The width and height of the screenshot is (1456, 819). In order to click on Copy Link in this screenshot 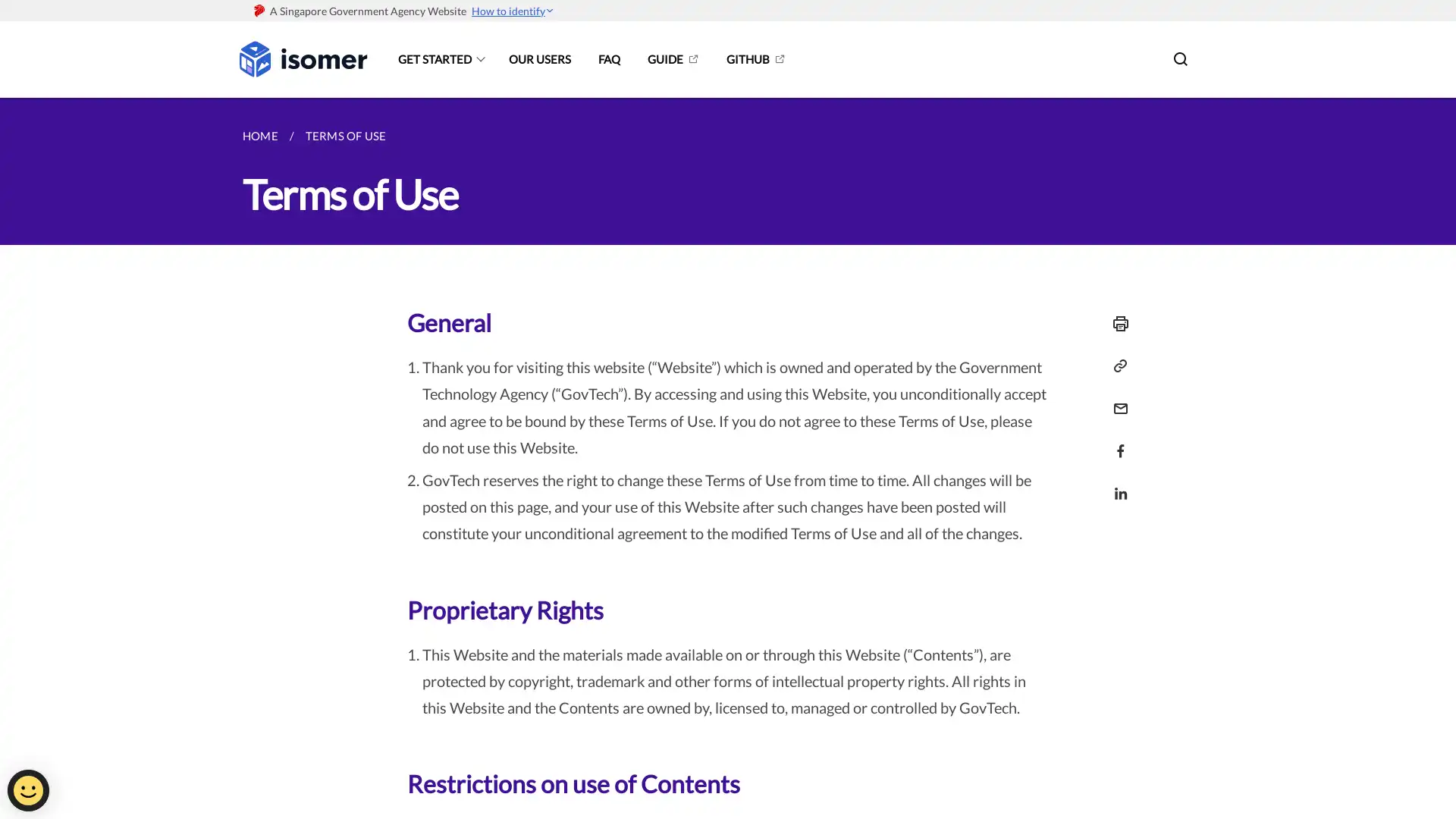, I will do `click(1116, 366)`.